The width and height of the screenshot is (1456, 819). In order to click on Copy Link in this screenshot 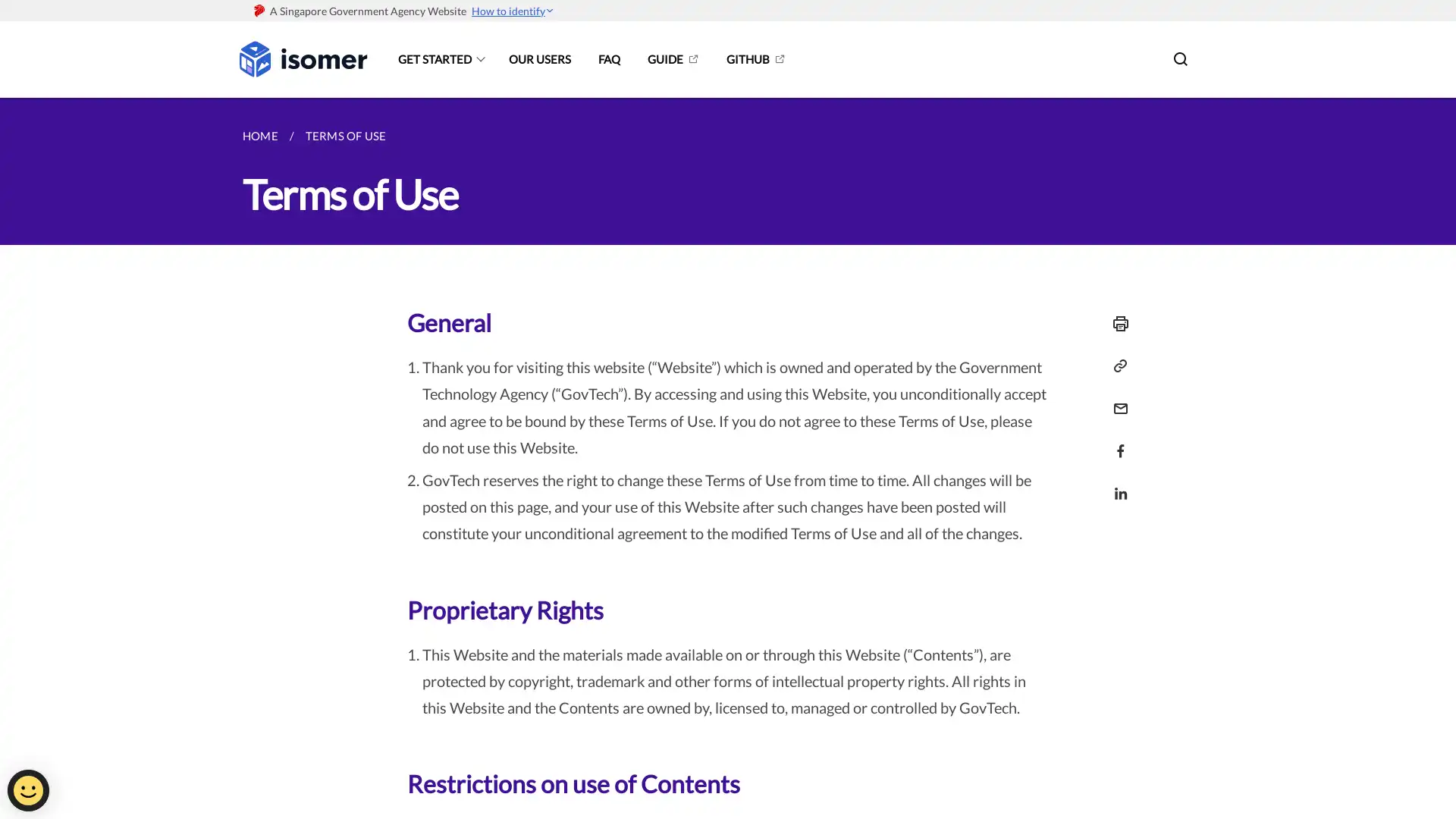, I will do `click(1116, 366)`.